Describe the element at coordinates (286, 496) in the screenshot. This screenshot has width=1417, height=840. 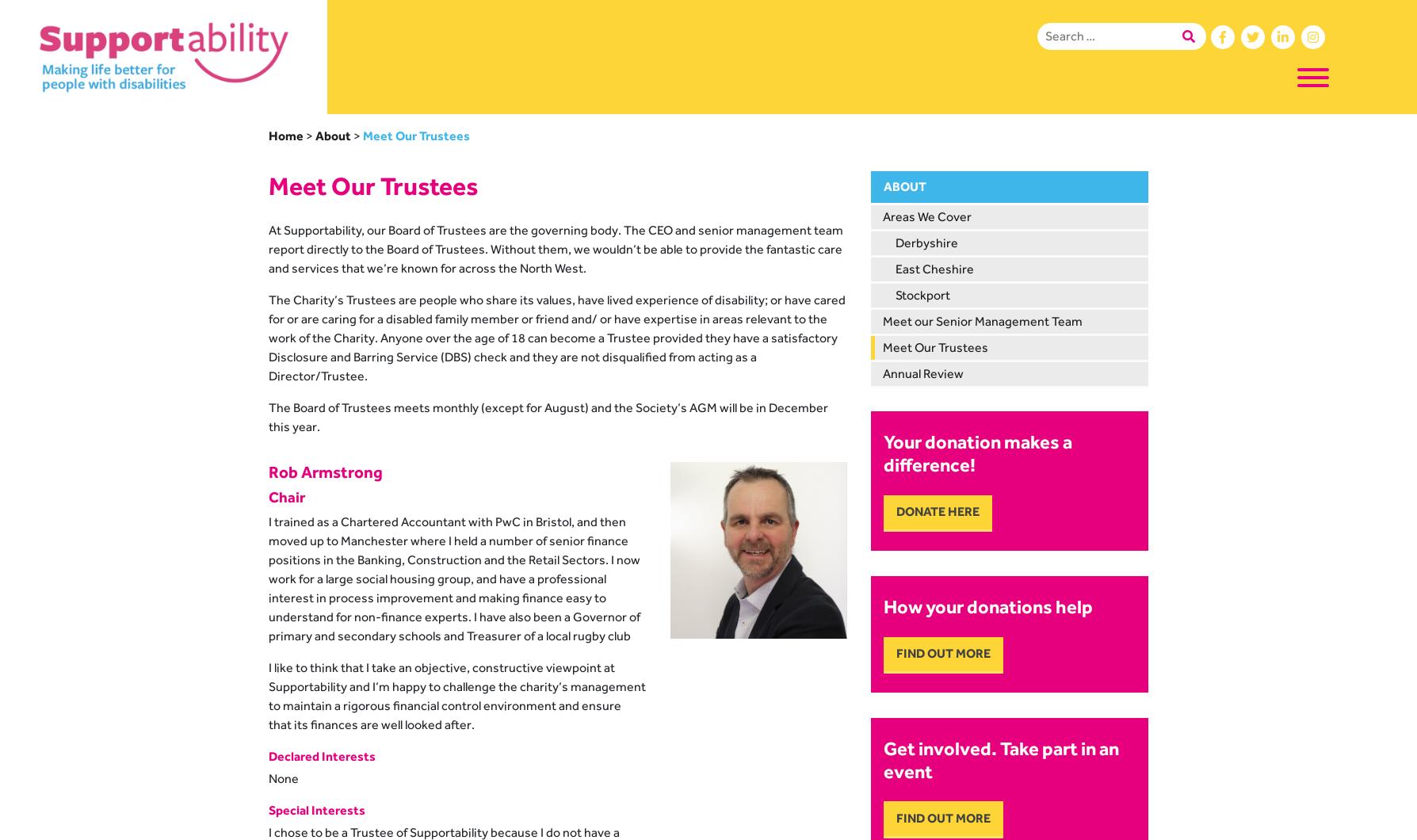
I see `'Chair'` at that location.